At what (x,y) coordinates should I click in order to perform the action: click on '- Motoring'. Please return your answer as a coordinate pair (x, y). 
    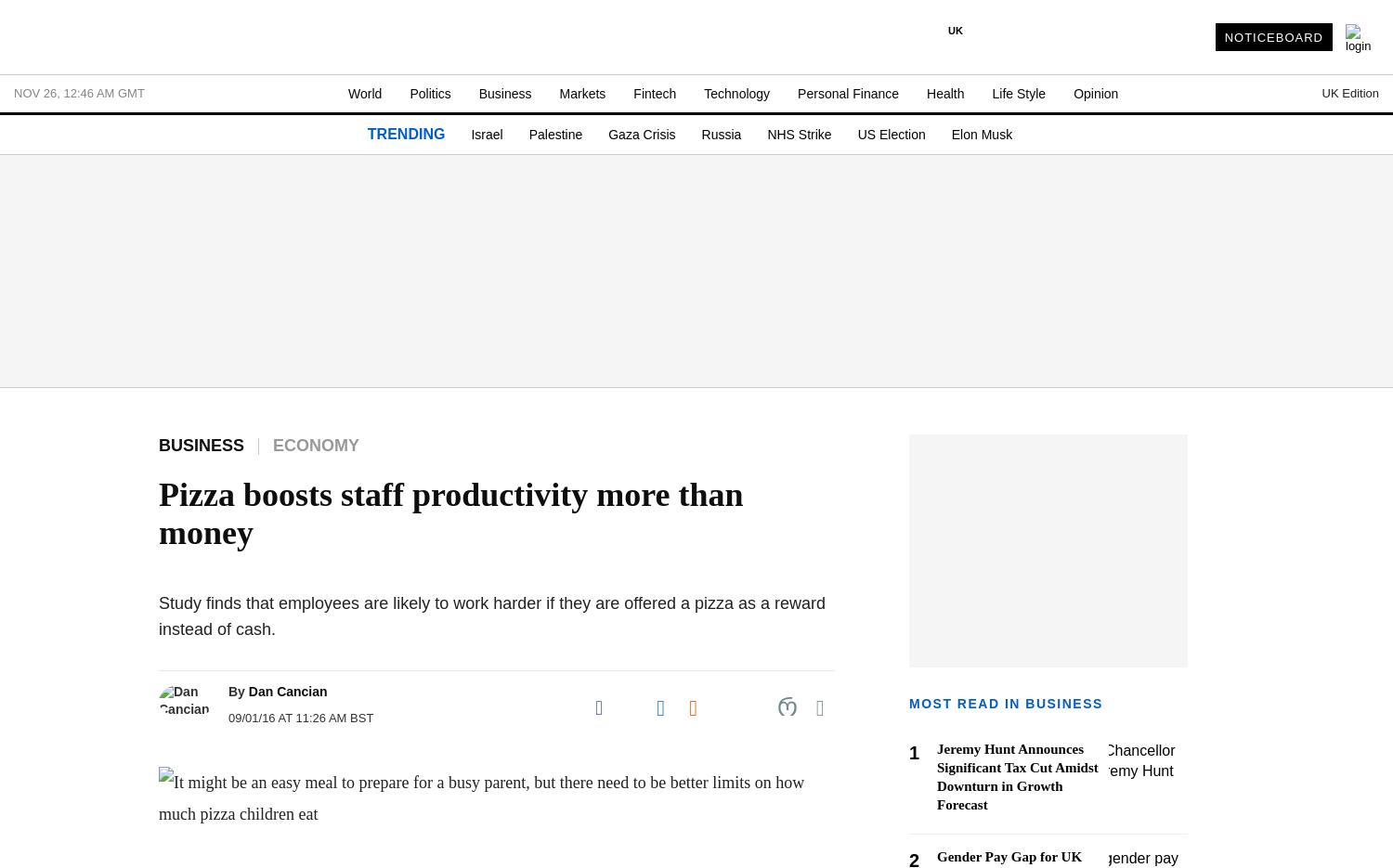
    Looking at the image, I should click on (14, 479).